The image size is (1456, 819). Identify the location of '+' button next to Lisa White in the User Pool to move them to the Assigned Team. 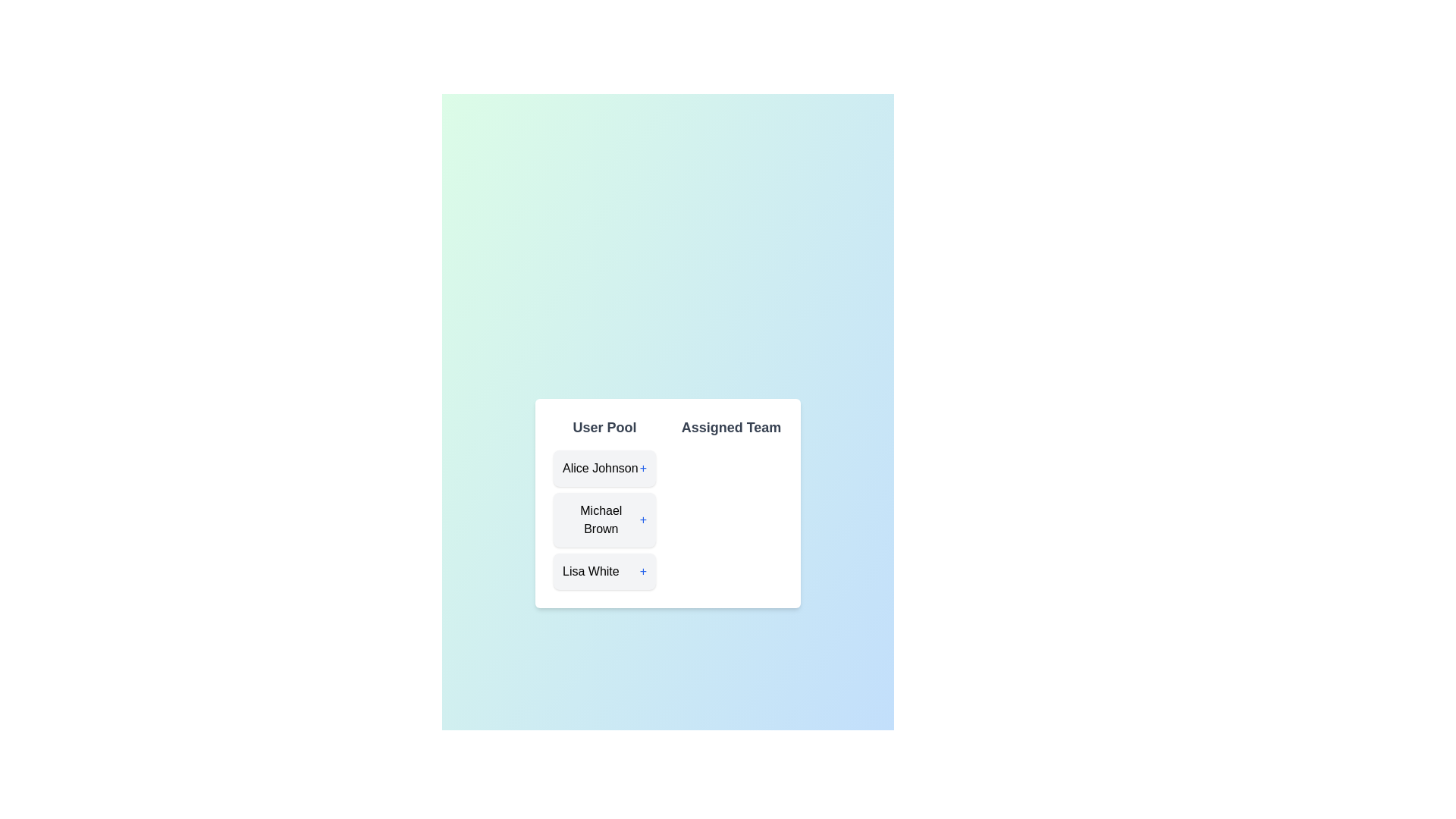
(643, 571).